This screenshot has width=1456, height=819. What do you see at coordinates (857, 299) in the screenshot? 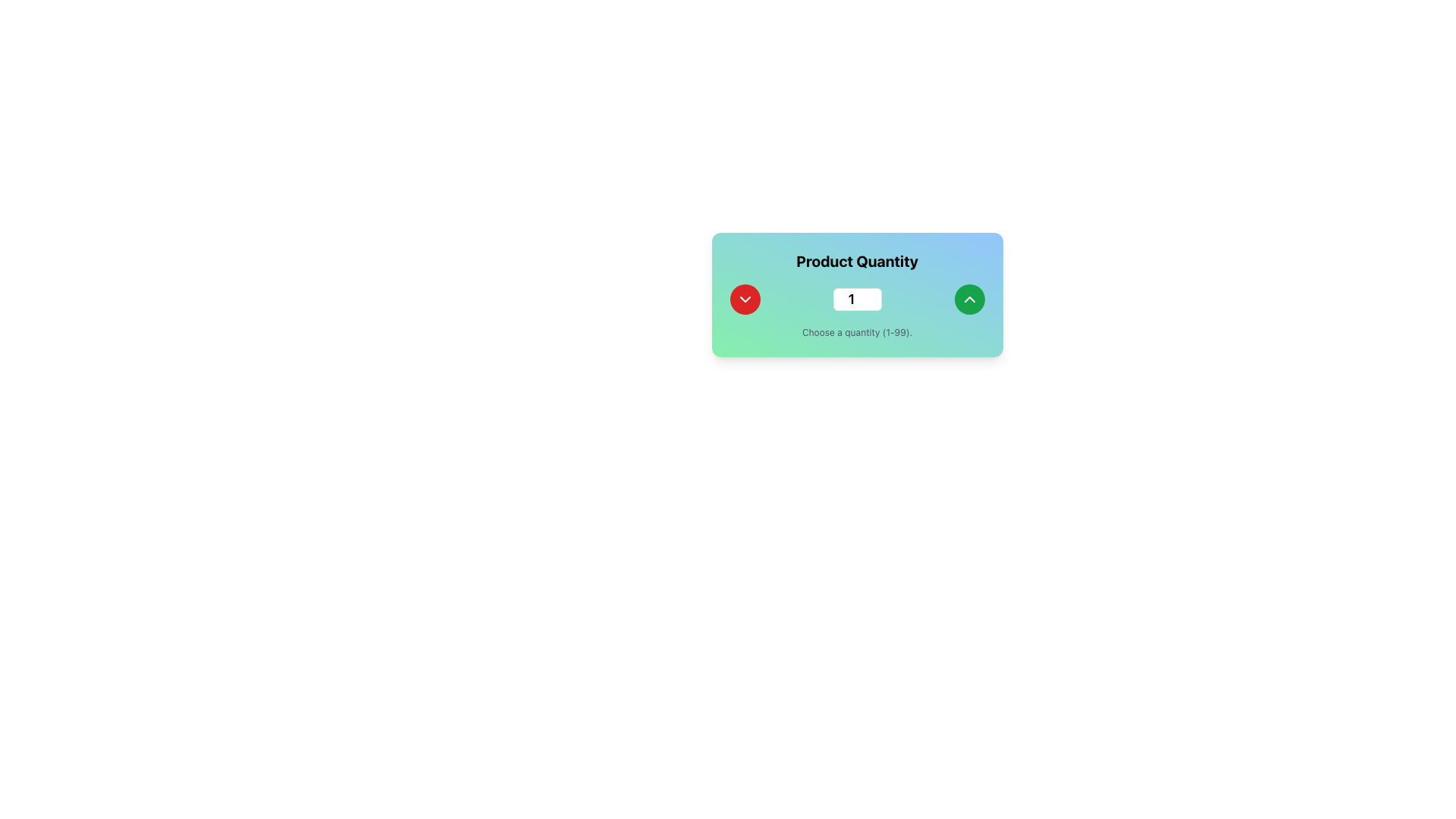
I see `the Number input field, which is a small rectangular input field with rounded corners and a default value of '1', positioned centrally between two circular buttons` at bounding box center [857, 299].